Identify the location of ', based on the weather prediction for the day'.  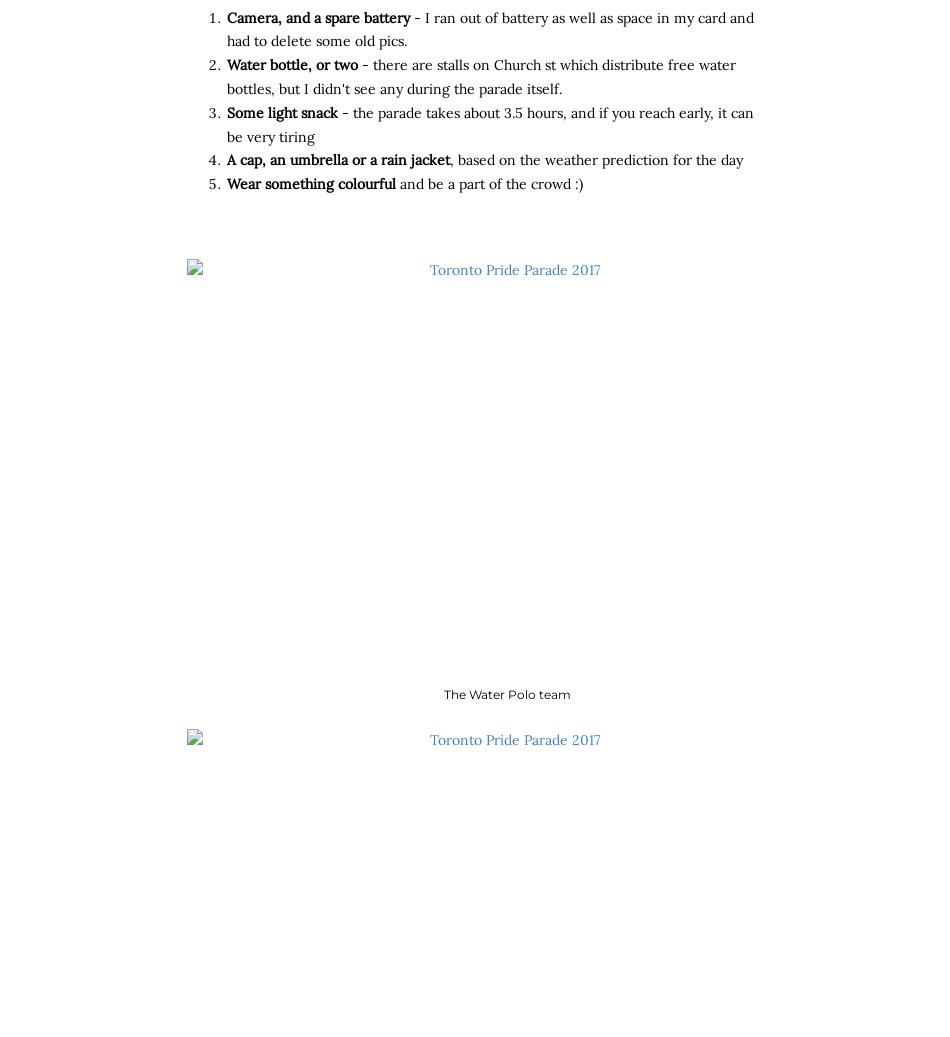
(596, 159).